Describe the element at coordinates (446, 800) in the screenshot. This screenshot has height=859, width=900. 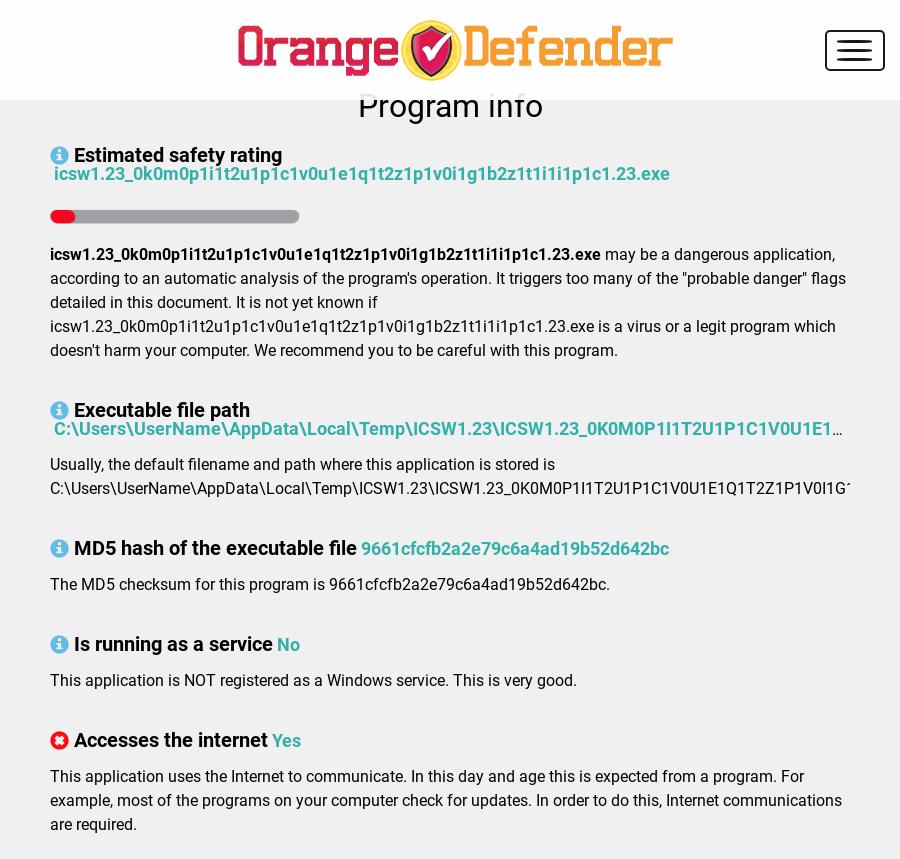
I see `'This application uses the Internet to communicate. In this day and age this is expected from a program. For example, most of the programs on your computer check for updates. In order to do this, Internet communications are required.'` at that location.